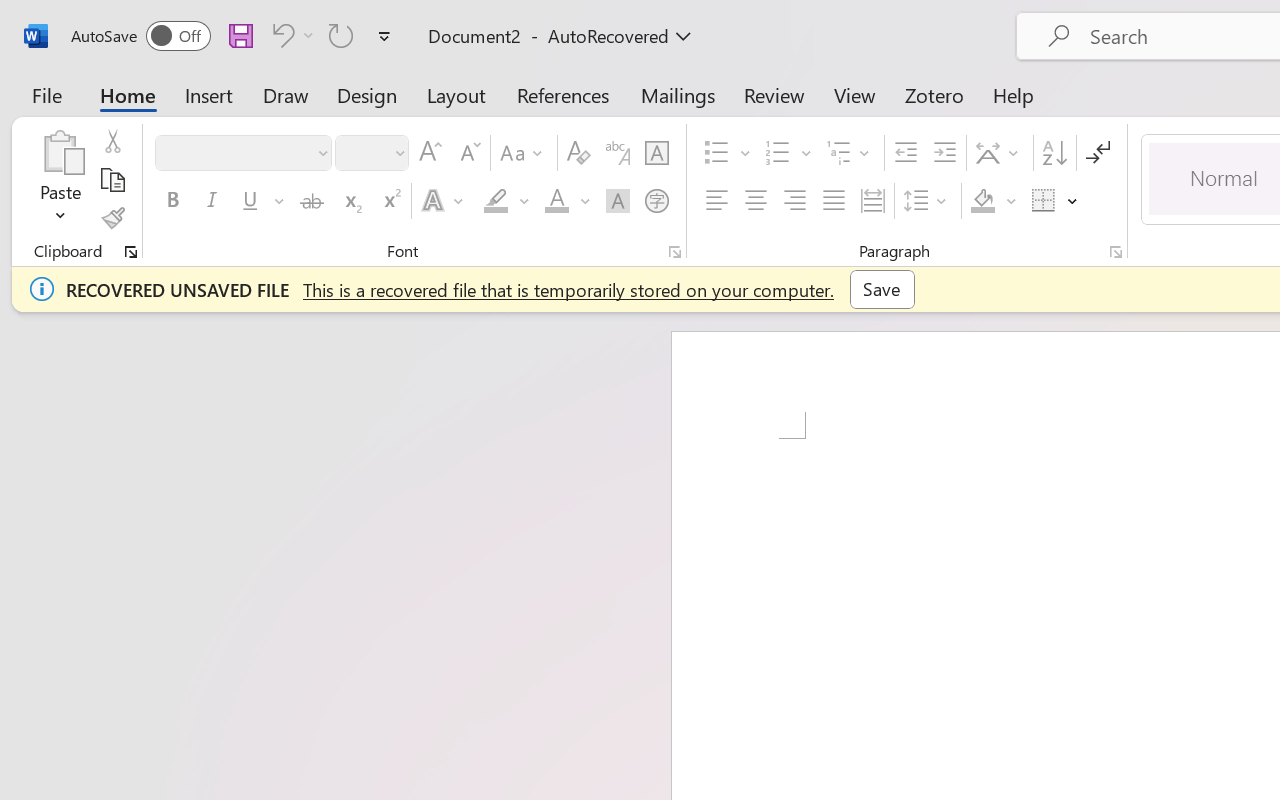 This screenshot has height=800, width=1280. I want to click on 'Increase Indent', so click(943, 153).